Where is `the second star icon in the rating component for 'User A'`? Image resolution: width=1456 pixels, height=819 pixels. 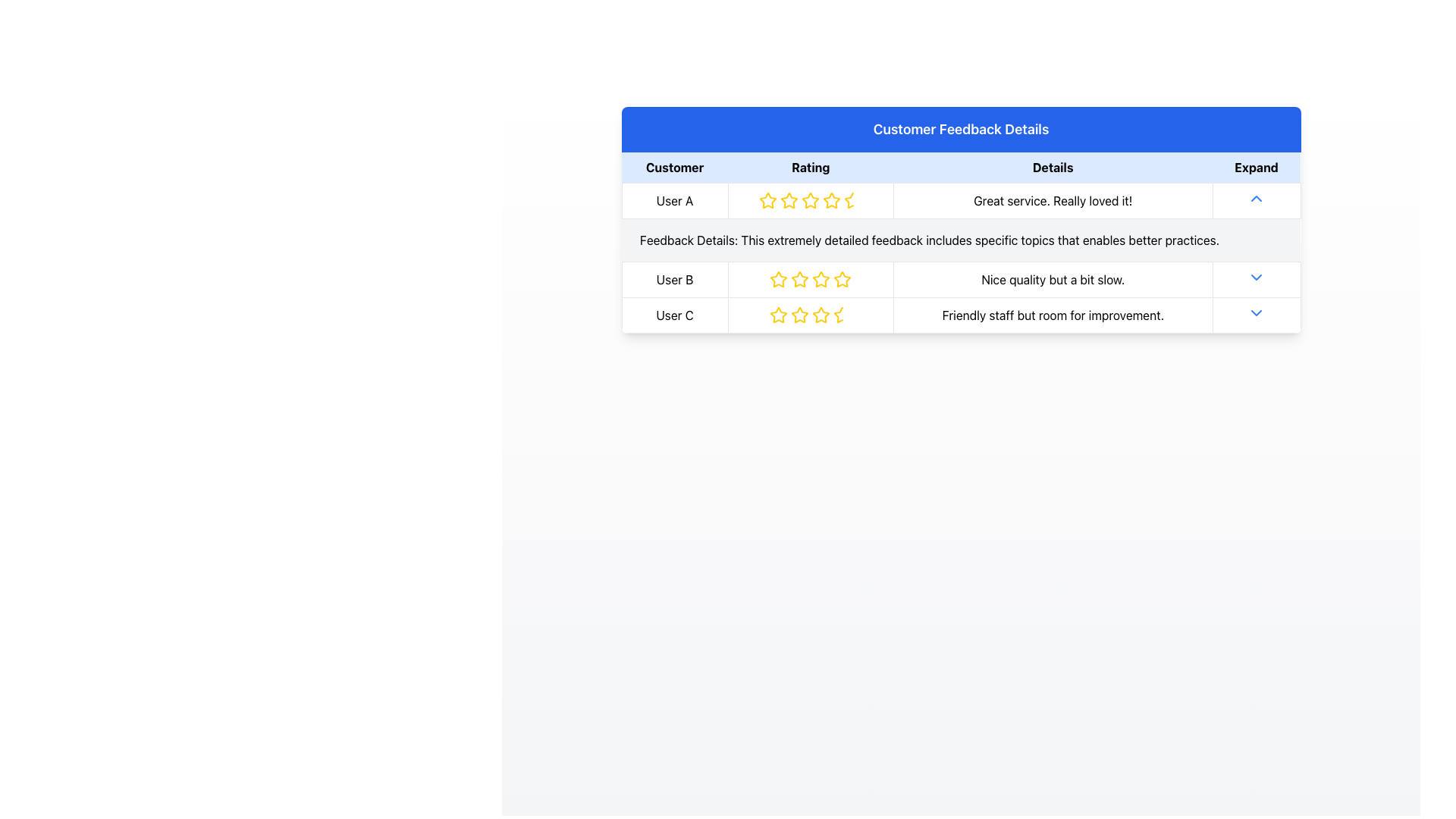 the second star icon in the rating component for 'User A' is located at coordinates (810, 199).